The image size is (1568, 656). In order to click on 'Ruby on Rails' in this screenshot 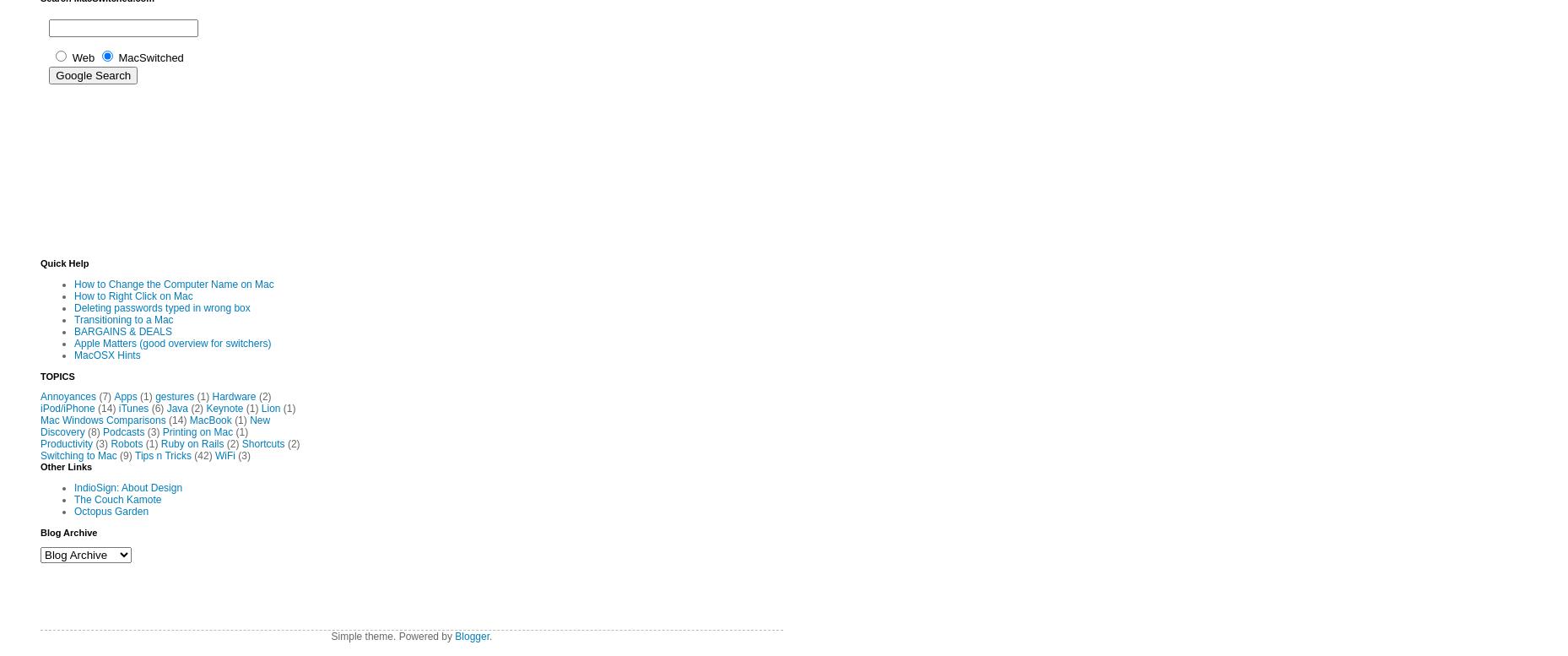, I will do `click(191, 442)`.